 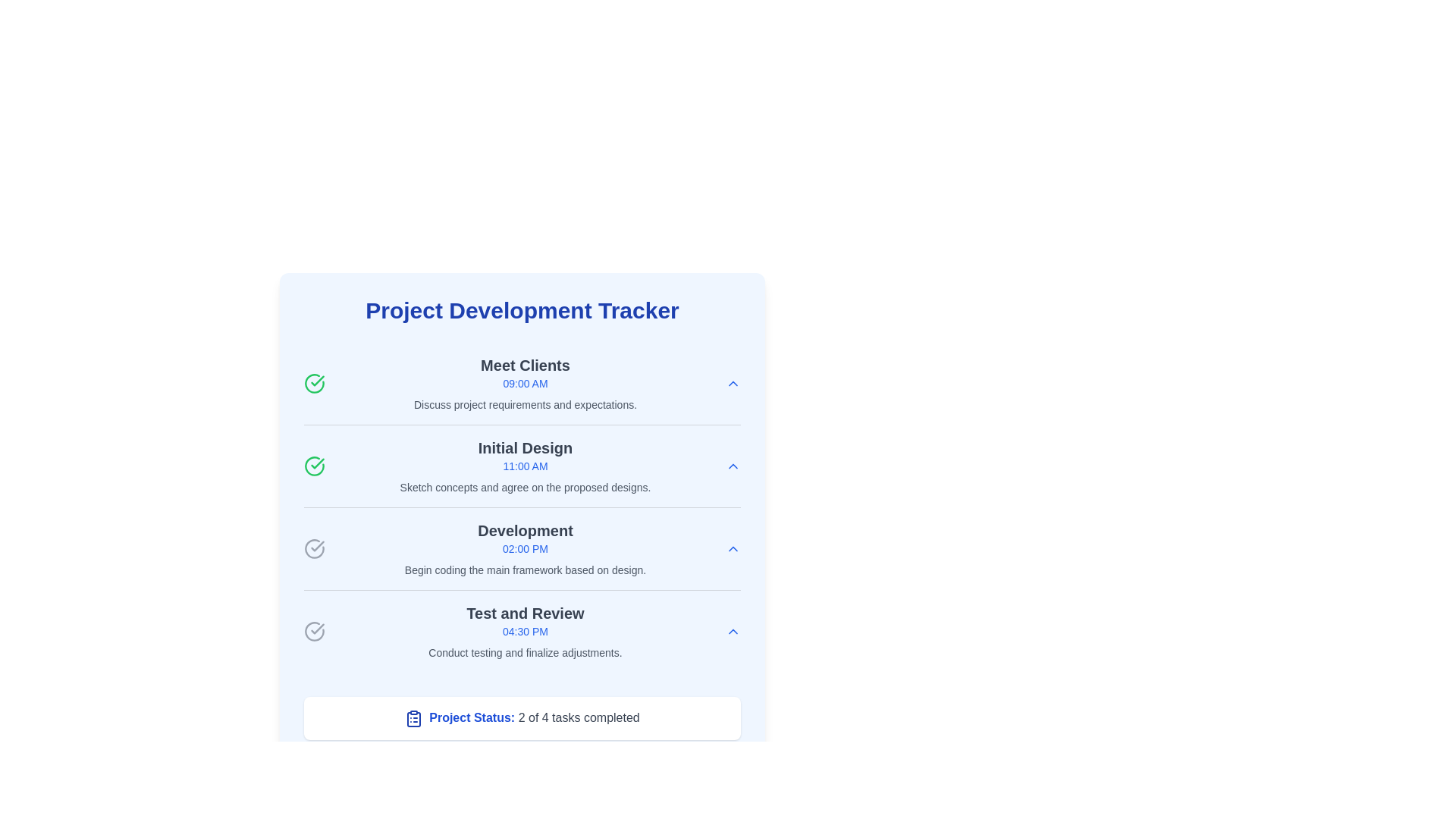 What do you see at coordinates (522, 548) in the screenshot?
I see `the task list item displaying 'Development' with the subheading '02:00 PM' and description 'Begin coding the main framework based on design.'` at bounding box center [522, 548].